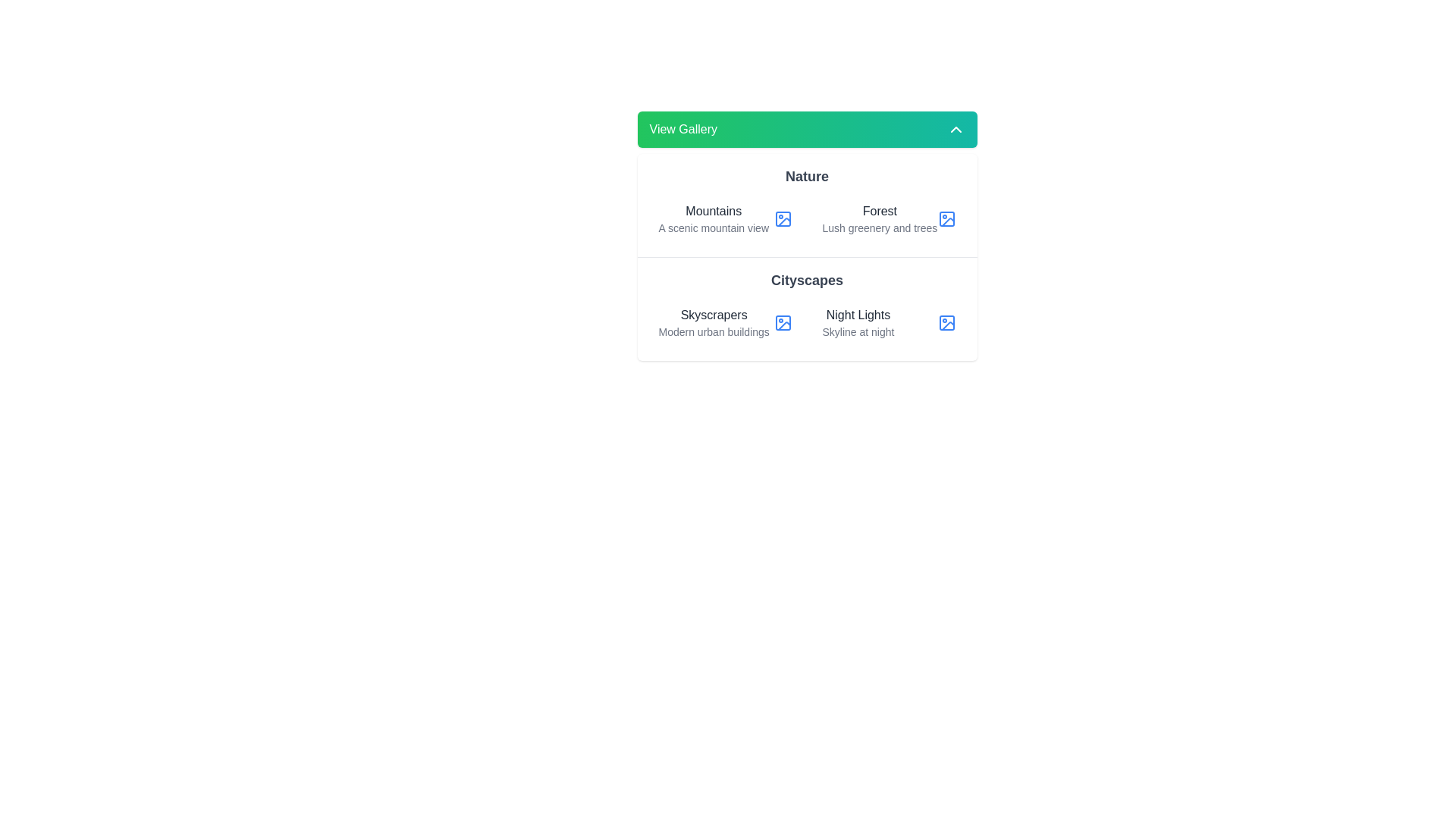 This screenshot has width=1456, height=819. What do you see at coordinates (889, 219) in the screenshot?
I see `the category tile titled 'Forest' which displays the description 'Lush greenery and trees' and is positioned under the header 'Nature' as the second item in the grid` at bounding box center [889, 219].